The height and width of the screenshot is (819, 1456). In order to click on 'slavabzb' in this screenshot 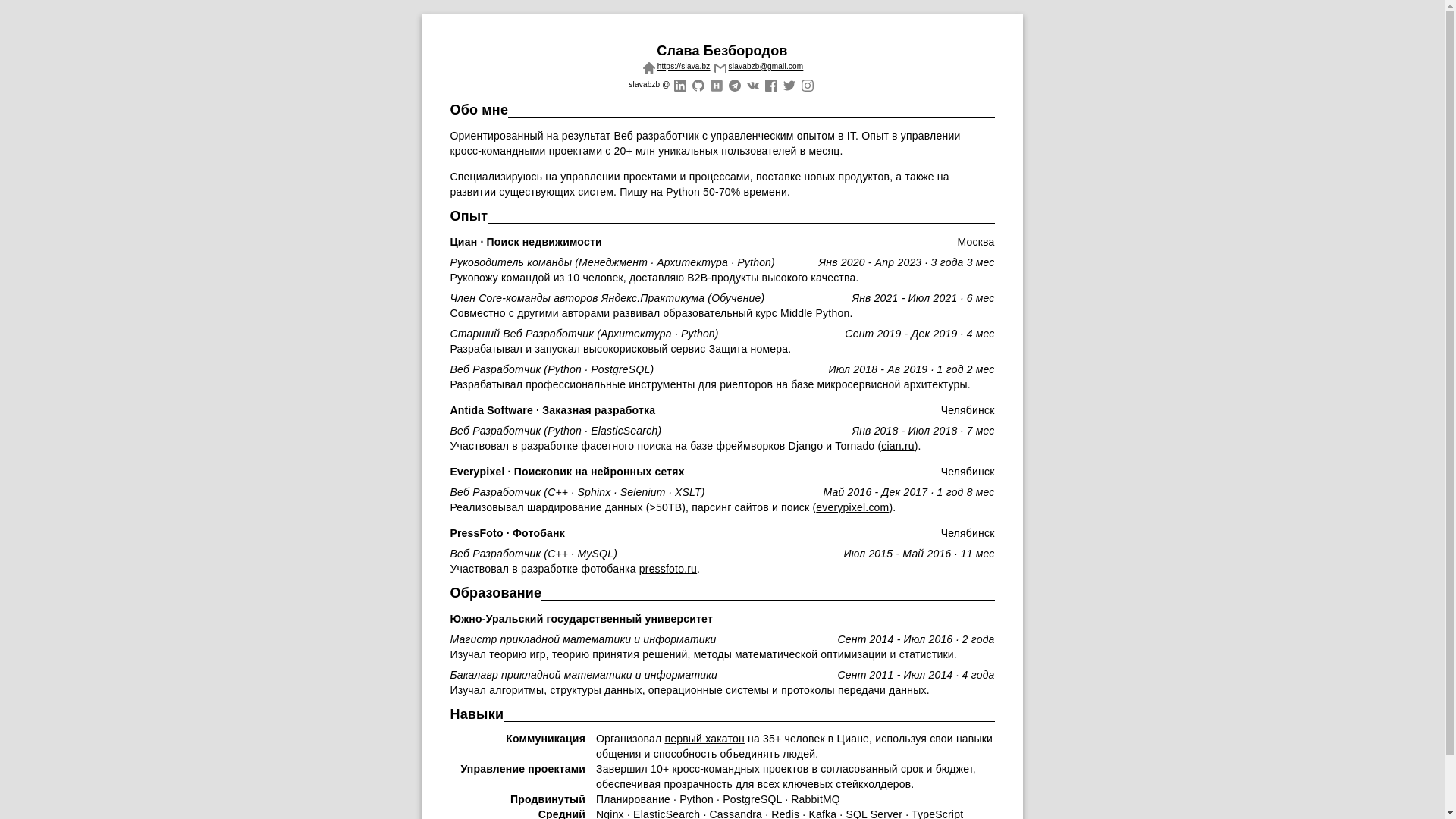, I will do `click(806, 83)`.